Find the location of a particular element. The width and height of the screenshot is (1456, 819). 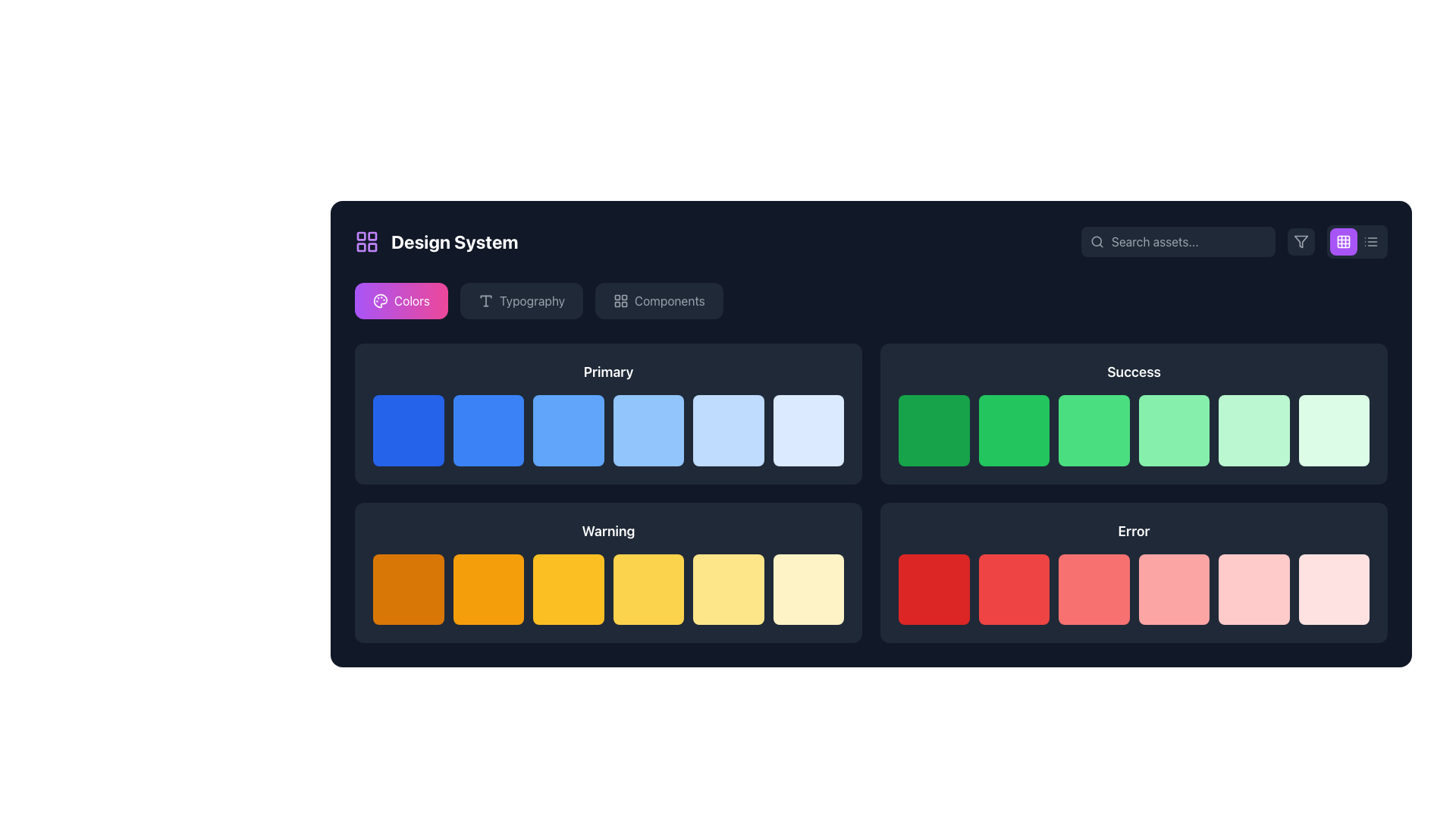

the fifth interactive rectangular div block labeled 'Error' with a light pink color and rounded borders is located at coordinates (1254, 588).